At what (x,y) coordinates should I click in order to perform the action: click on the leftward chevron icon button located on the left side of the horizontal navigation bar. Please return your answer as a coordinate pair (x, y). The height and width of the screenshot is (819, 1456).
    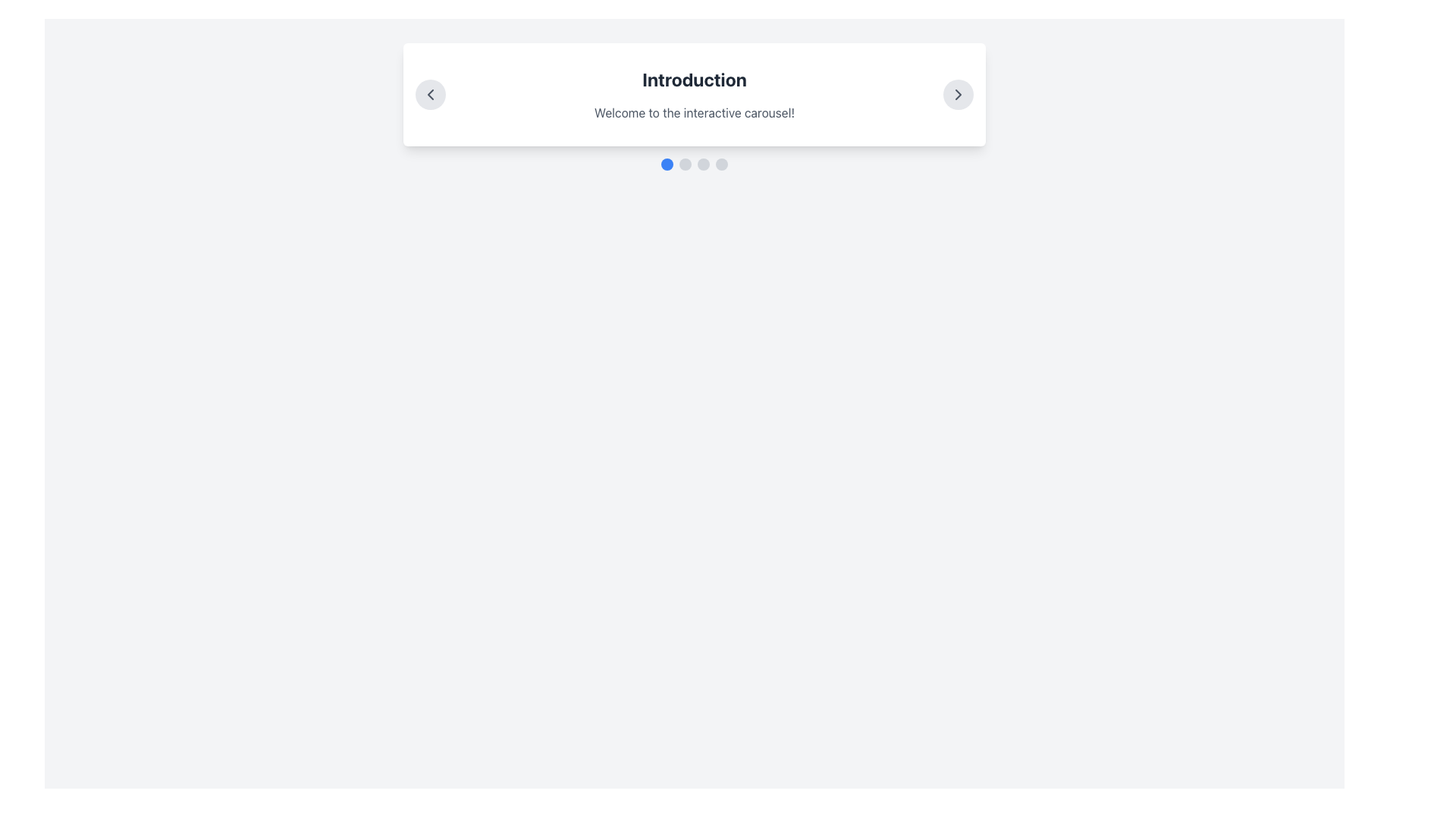
    Looking at the image, I should click on (429, 94).